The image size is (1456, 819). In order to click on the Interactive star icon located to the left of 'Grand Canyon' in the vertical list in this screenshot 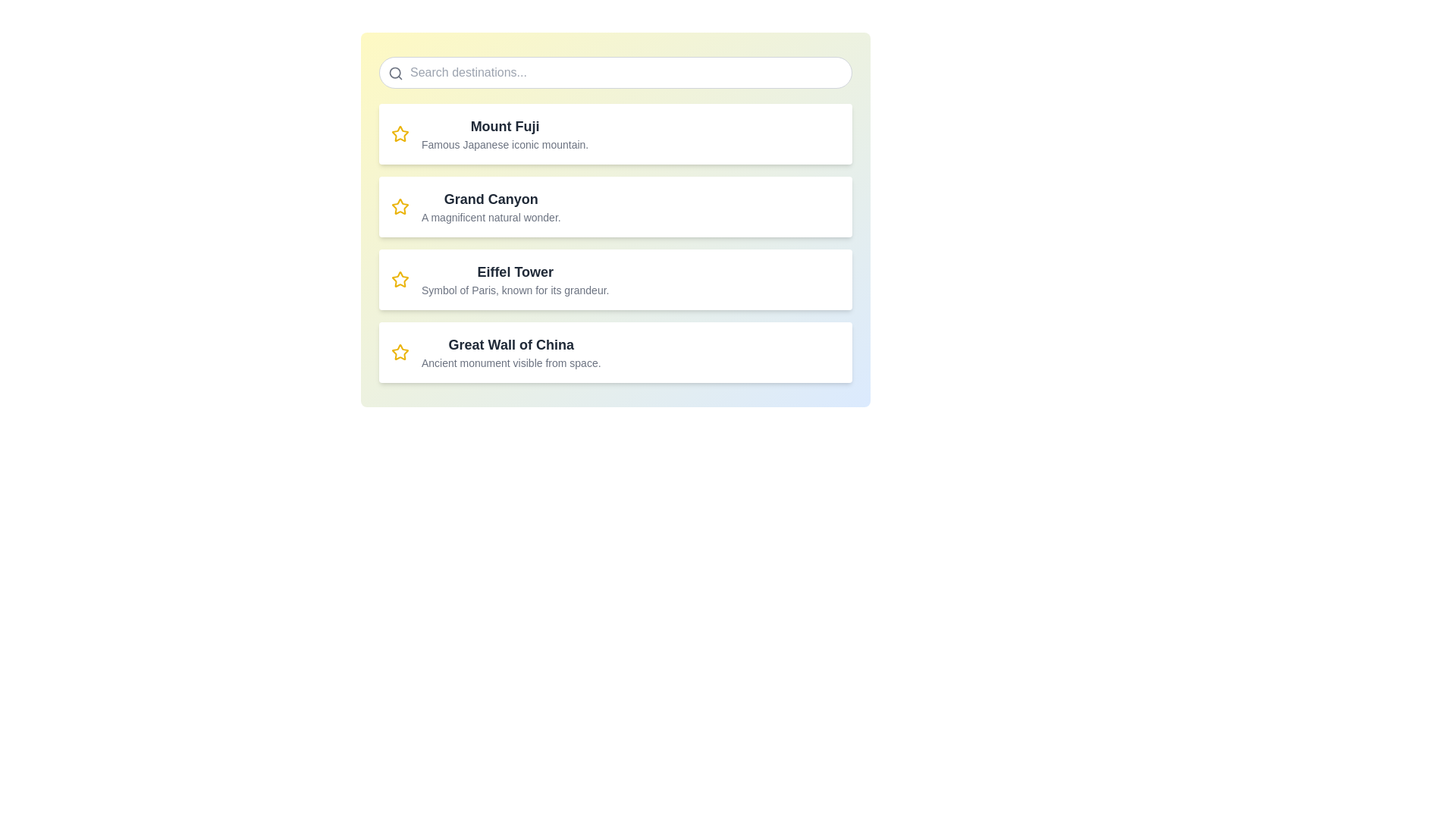, I will do `click(400, 352)`.